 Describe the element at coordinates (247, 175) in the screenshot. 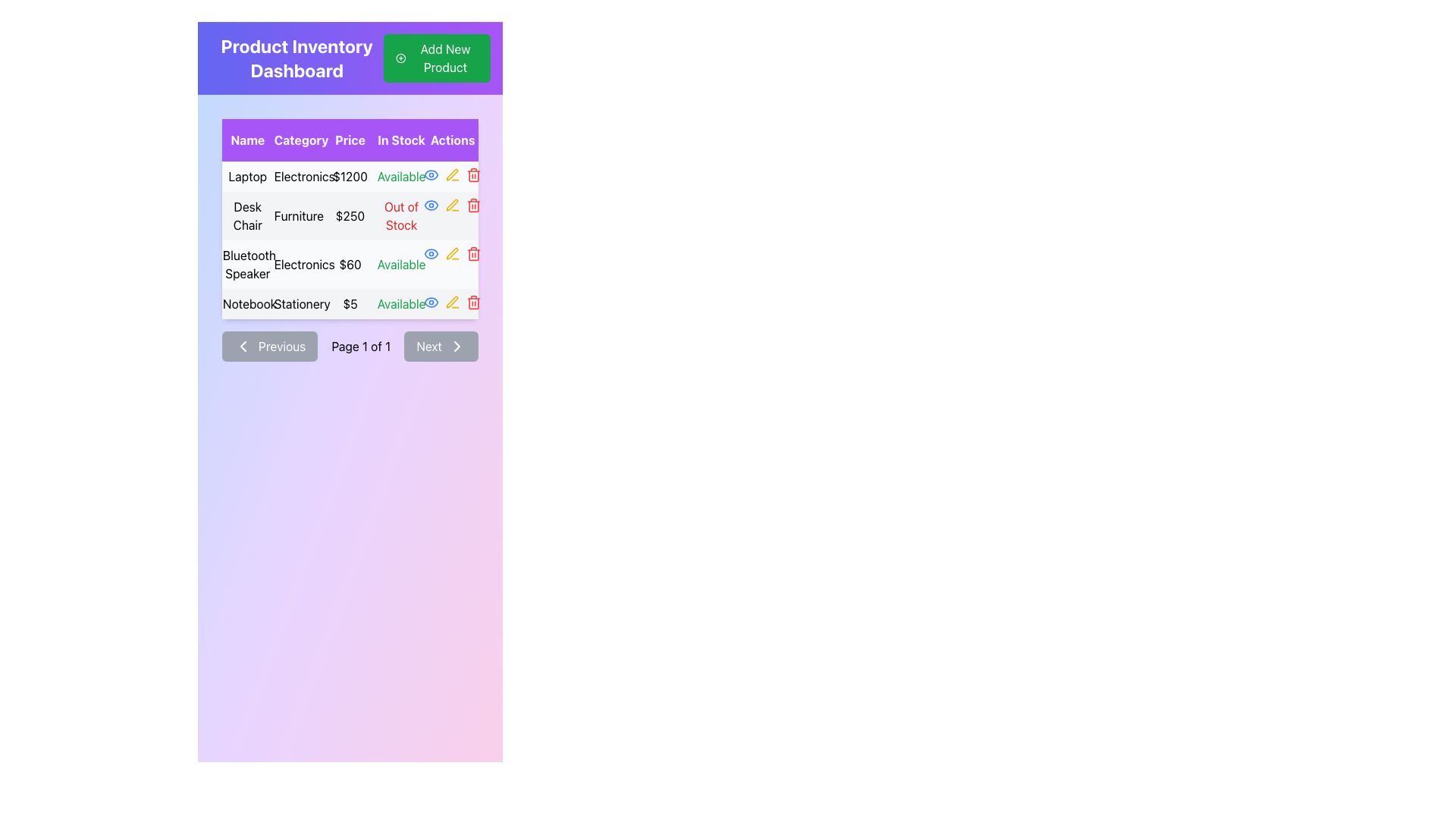

I see `the informational text element located in the top-left cell of the table, which displays the name or description of the first product entry` at that location.